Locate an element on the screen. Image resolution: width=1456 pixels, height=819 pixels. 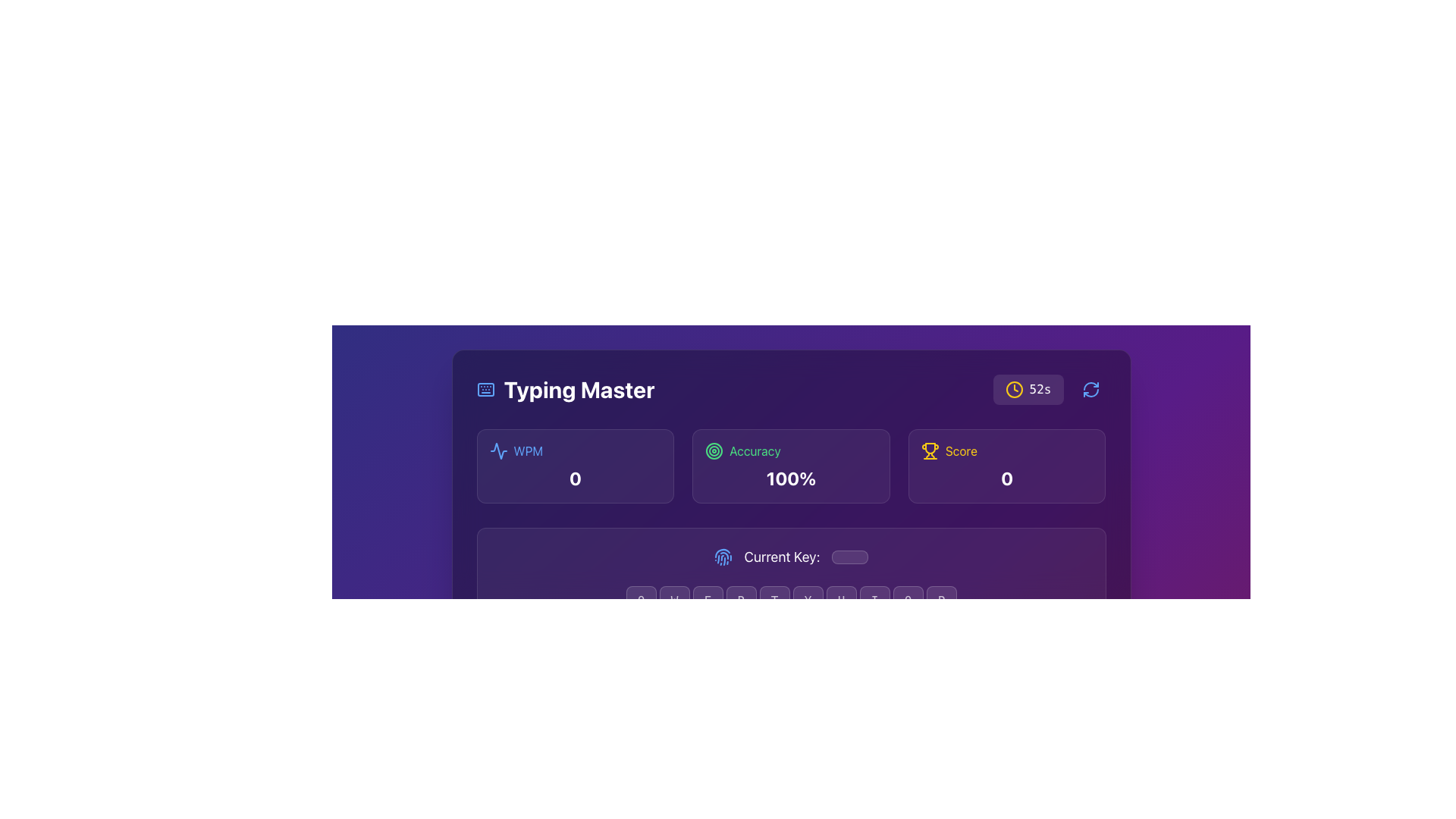
the clock icon located to the immediate left of the '56s' text in the top-right corner of the interface is located at coordinates (1014, 388).